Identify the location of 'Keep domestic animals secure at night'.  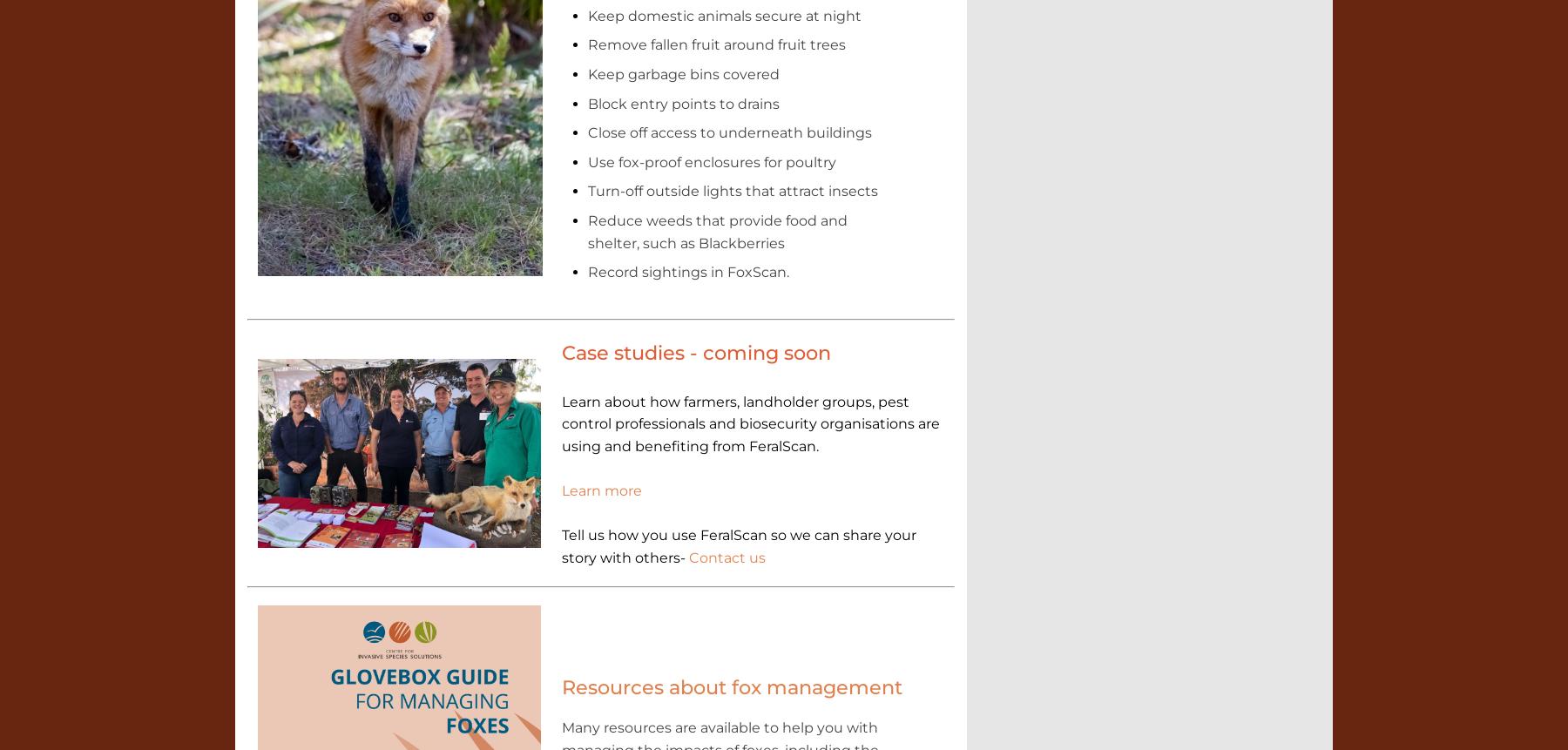
(724, 15).